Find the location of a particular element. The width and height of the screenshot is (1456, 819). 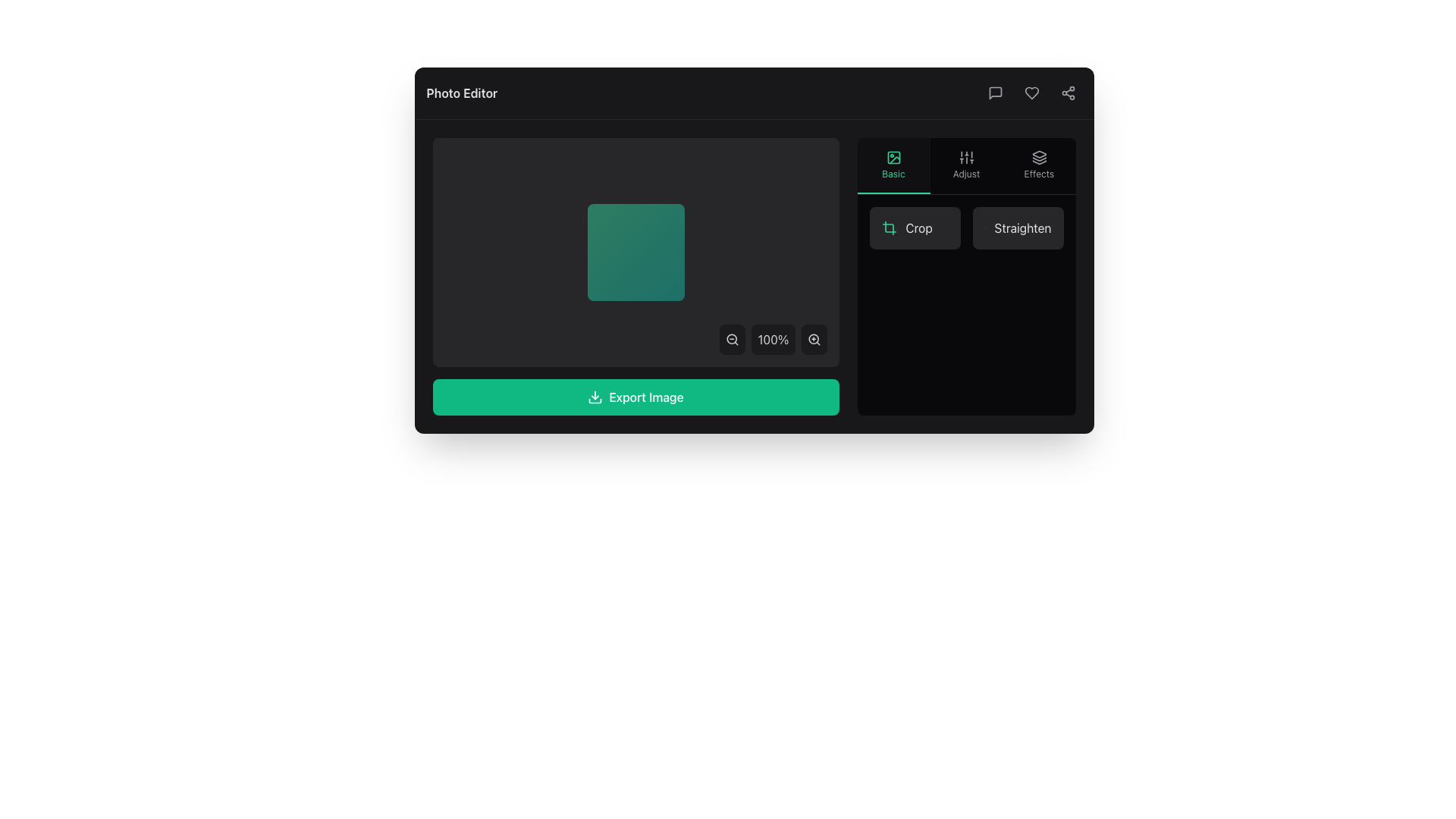

the central circular visual element of the zoom-in icon located in the bottom-right corner of the canvas is located at coordinates (812, 337).